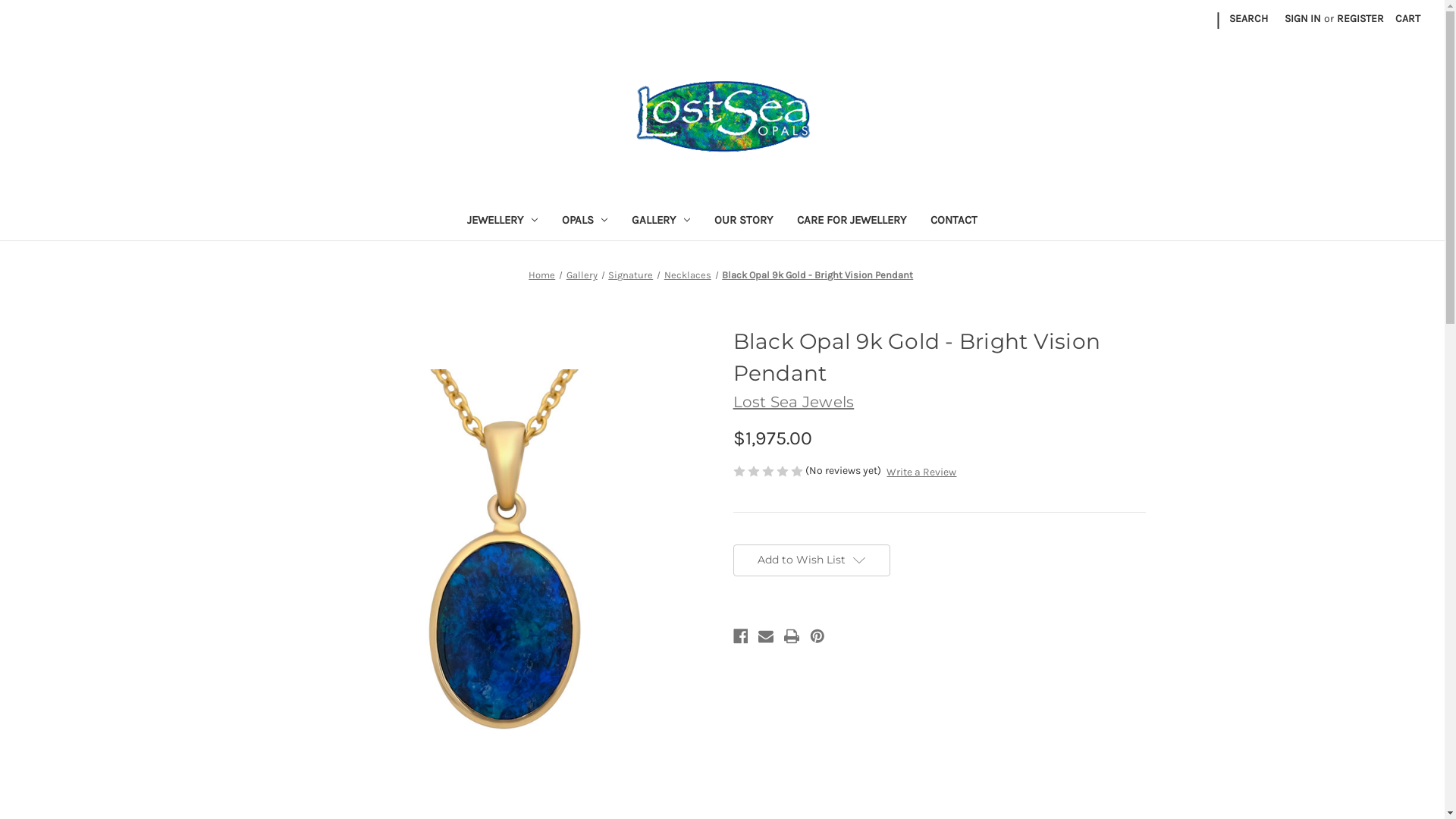 The image size is (1456, 819). I want to click on 'SIGN IN', so click(1302, 18).